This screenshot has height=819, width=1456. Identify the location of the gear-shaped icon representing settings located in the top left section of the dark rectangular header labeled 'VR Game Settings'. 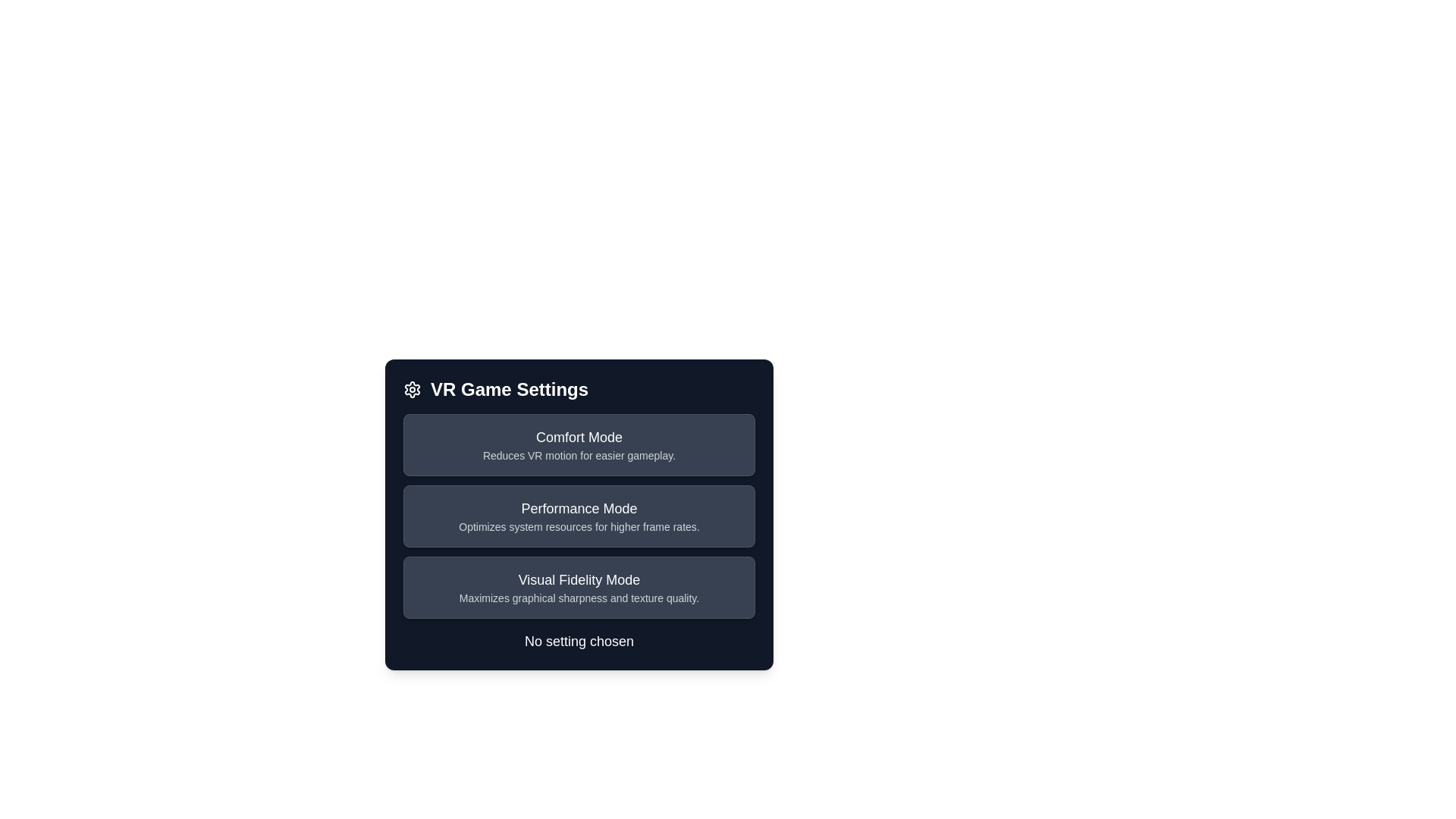
(412, 388).